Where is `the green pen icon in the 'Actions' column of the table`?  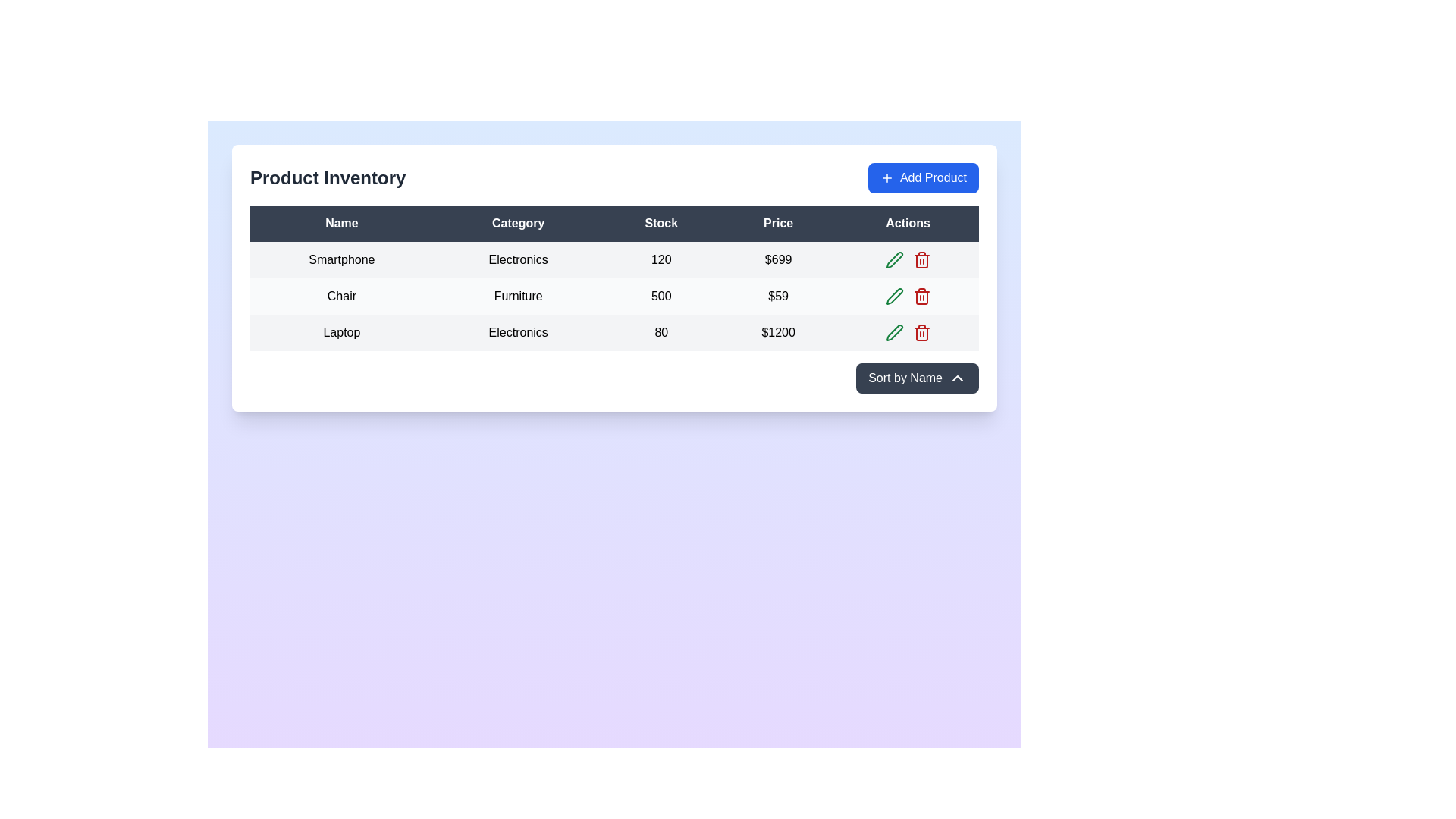 the green pen icon in the 'Actions' column of the table is located at coordinates (894, 332).